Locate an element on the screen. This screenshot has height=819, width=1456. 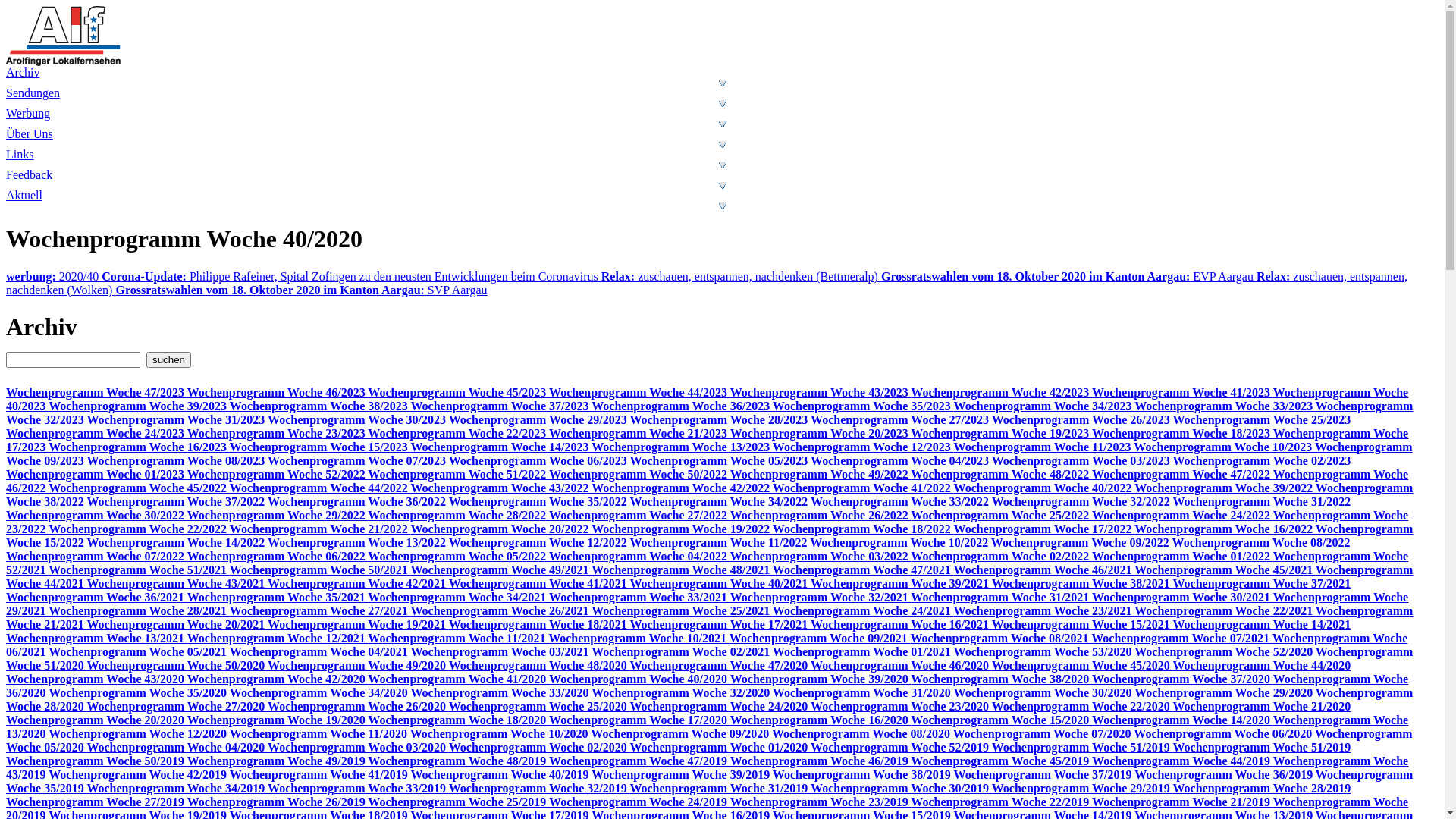
'Wochenprogramm Woche 21/2023' is located at coordinates (639, 433).